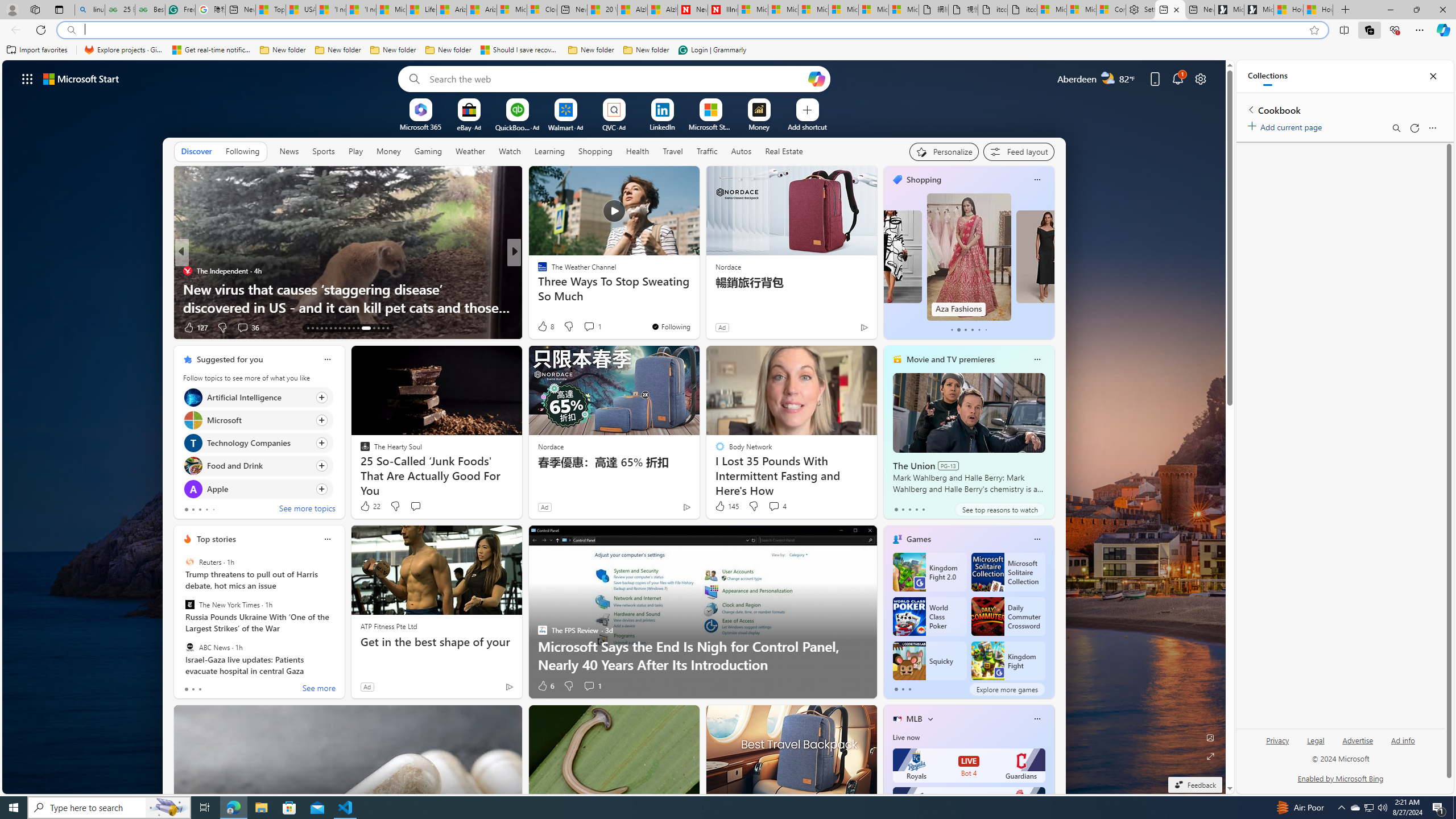  Describe the element at coordinates (537, 288) in the screenshot. I see `'Cheapism'` at that location.